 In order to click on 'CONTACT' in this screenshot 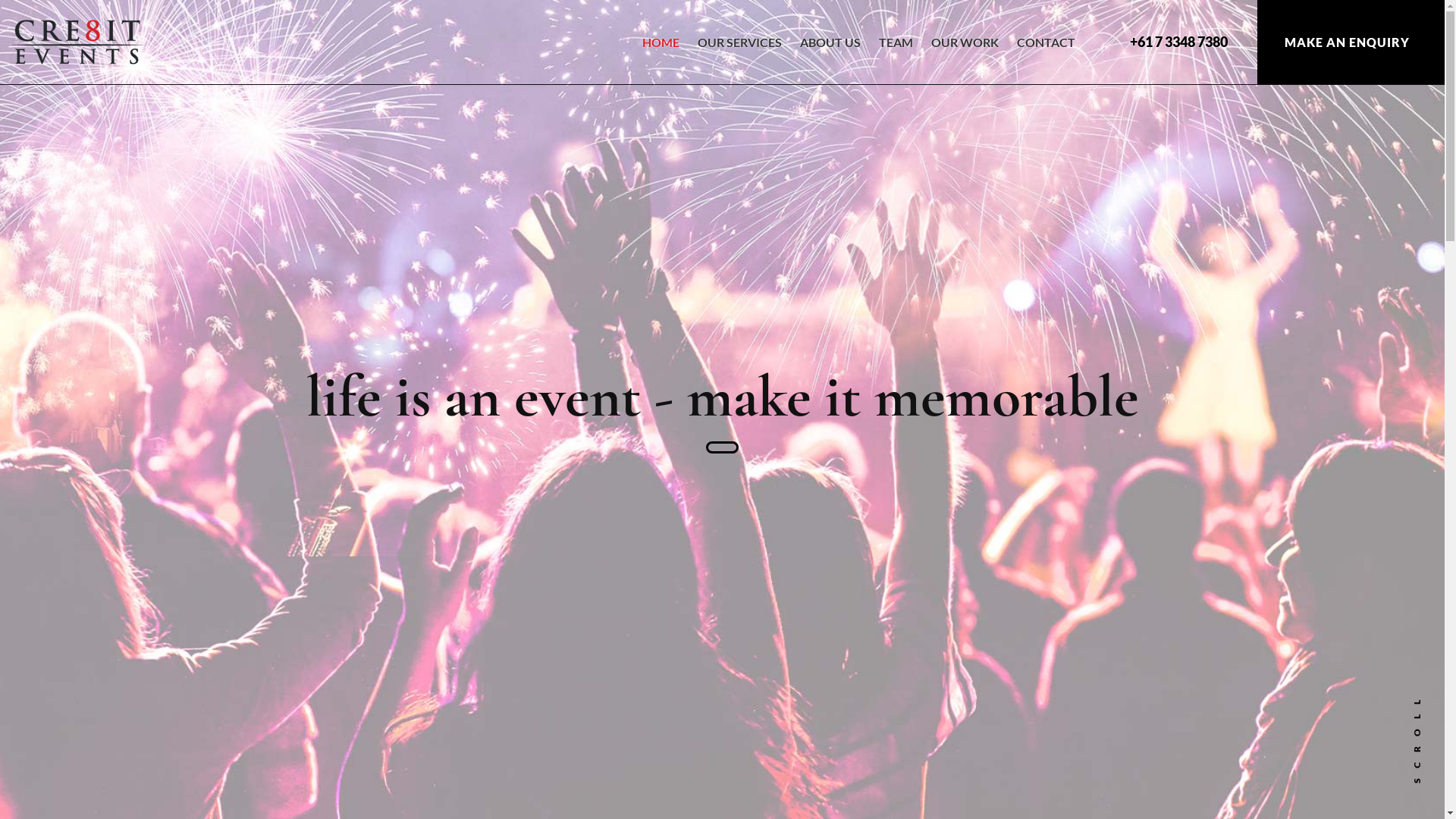, I will do `click(1045, 53)`.